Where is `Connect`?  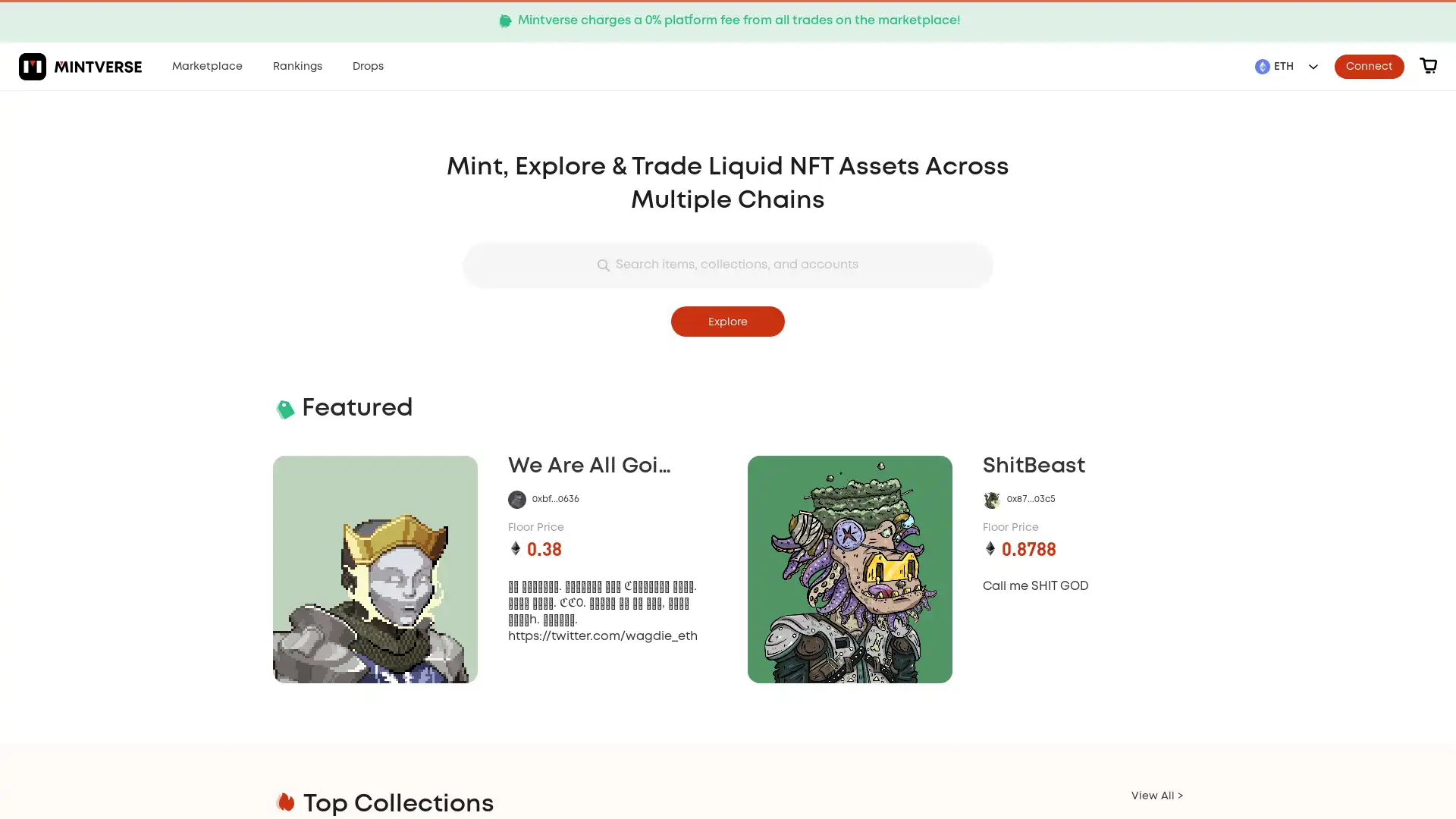
Connect is located at coordinates (1369, 65).